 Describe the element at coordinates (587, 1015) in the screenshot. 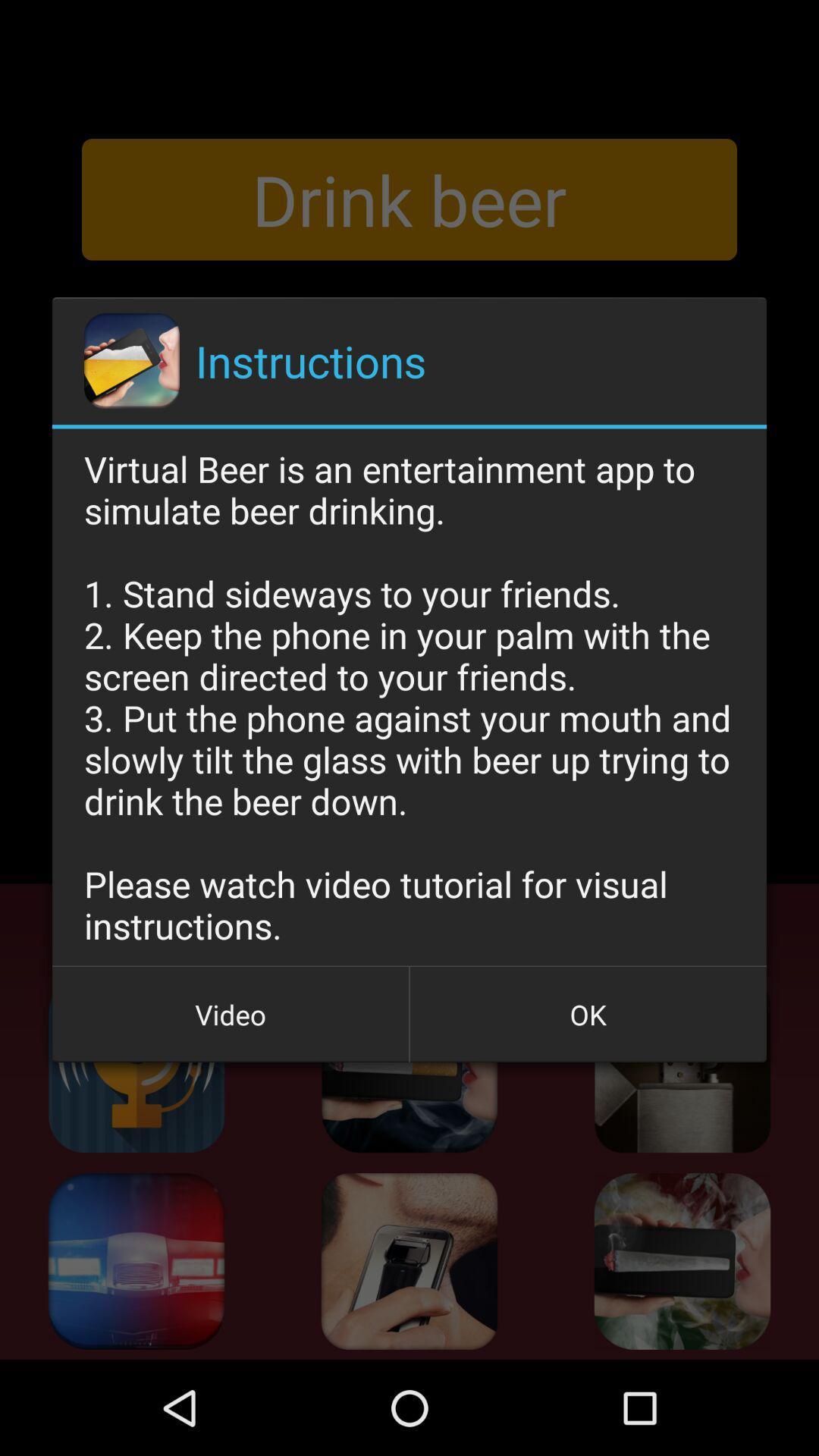

I see `the icon below virtual beer is item` at that location.